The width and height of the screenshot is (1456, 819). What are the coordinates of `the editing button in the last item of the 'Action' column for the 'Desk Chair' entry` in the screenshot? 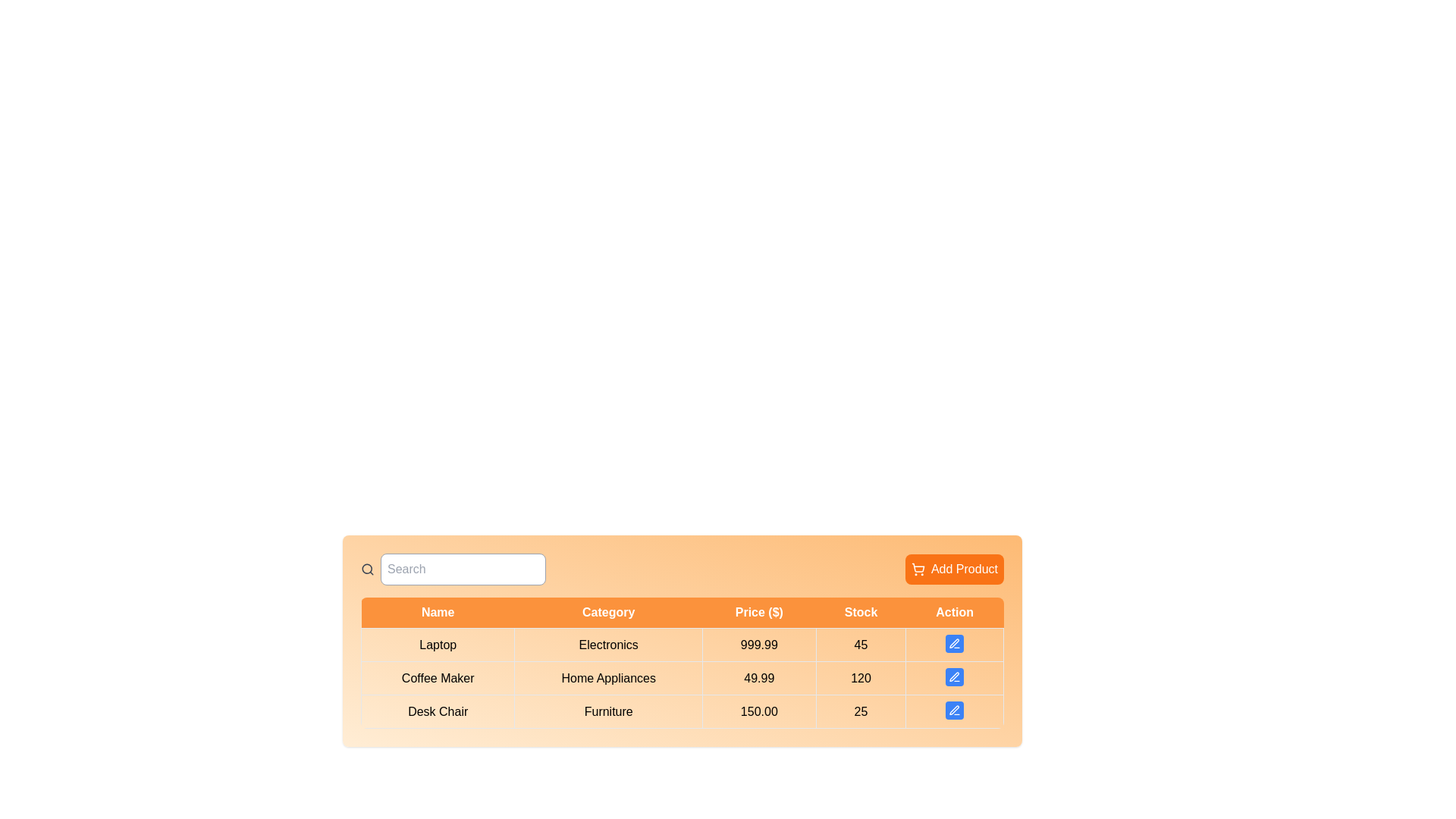 It's located at (954, 711).